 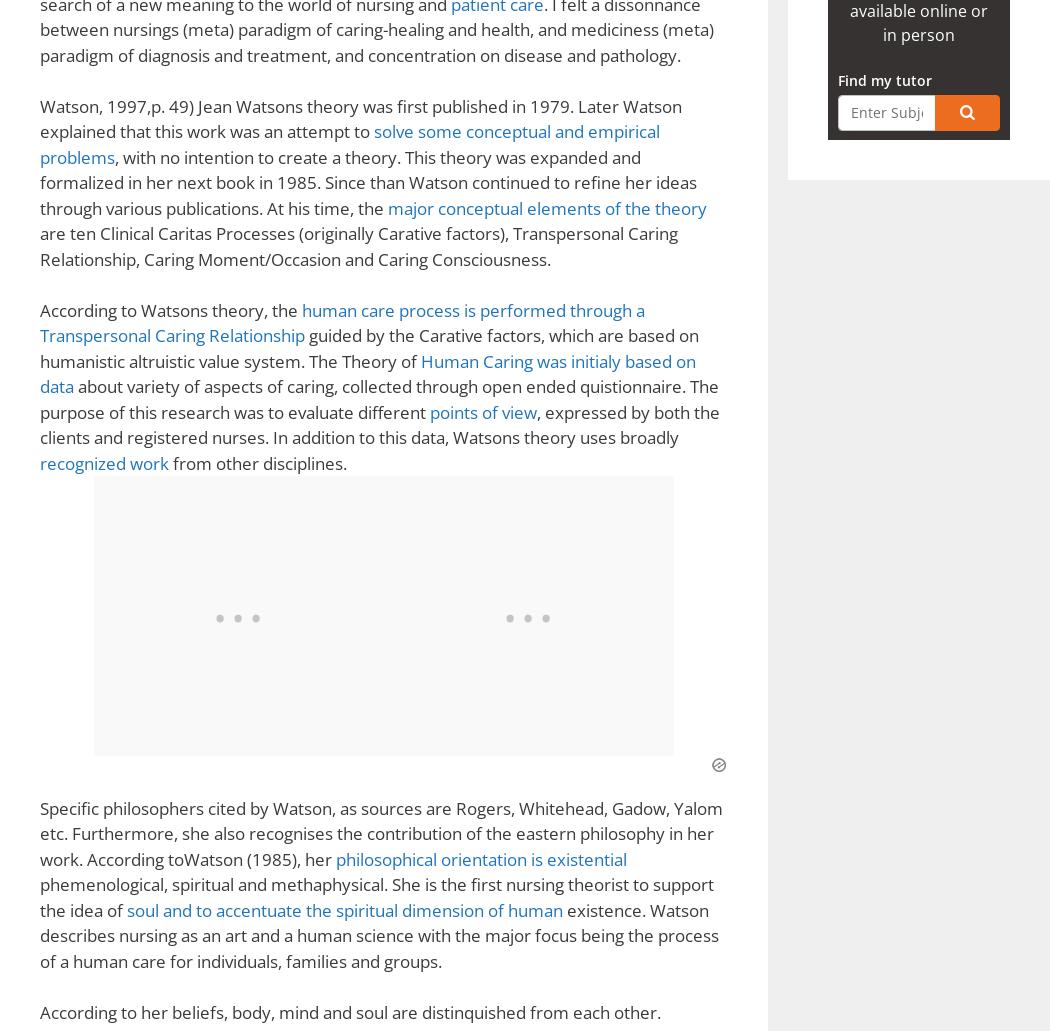 What do you see at coordinates (277, 11) in the screenshot?
I see `'Upholders and health educators for patients'` at bounding box center [277, 11].